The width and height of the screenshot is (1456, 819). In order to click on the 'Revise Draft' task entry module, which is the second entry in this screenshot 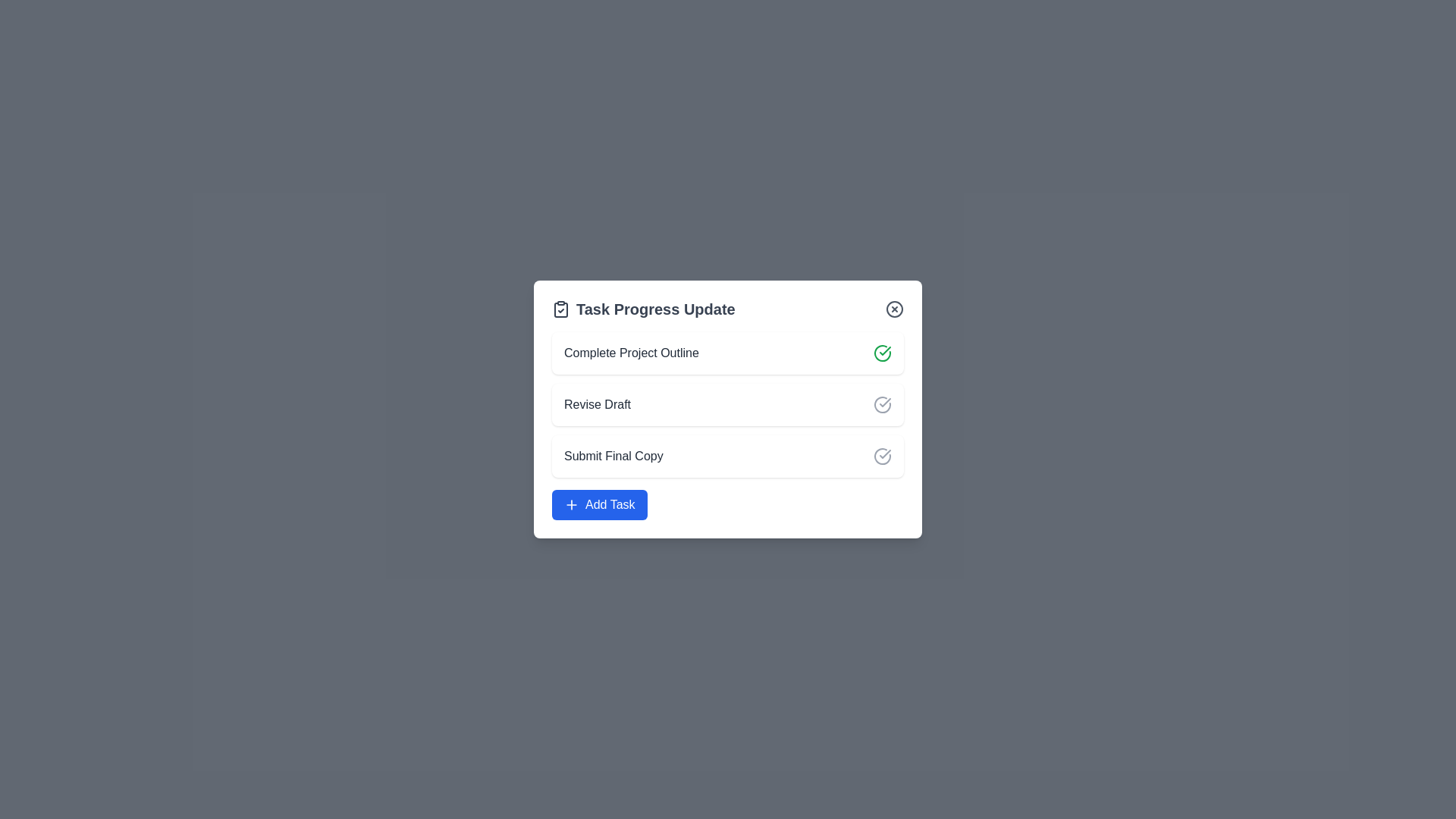, I will do `click(728, 409)`.